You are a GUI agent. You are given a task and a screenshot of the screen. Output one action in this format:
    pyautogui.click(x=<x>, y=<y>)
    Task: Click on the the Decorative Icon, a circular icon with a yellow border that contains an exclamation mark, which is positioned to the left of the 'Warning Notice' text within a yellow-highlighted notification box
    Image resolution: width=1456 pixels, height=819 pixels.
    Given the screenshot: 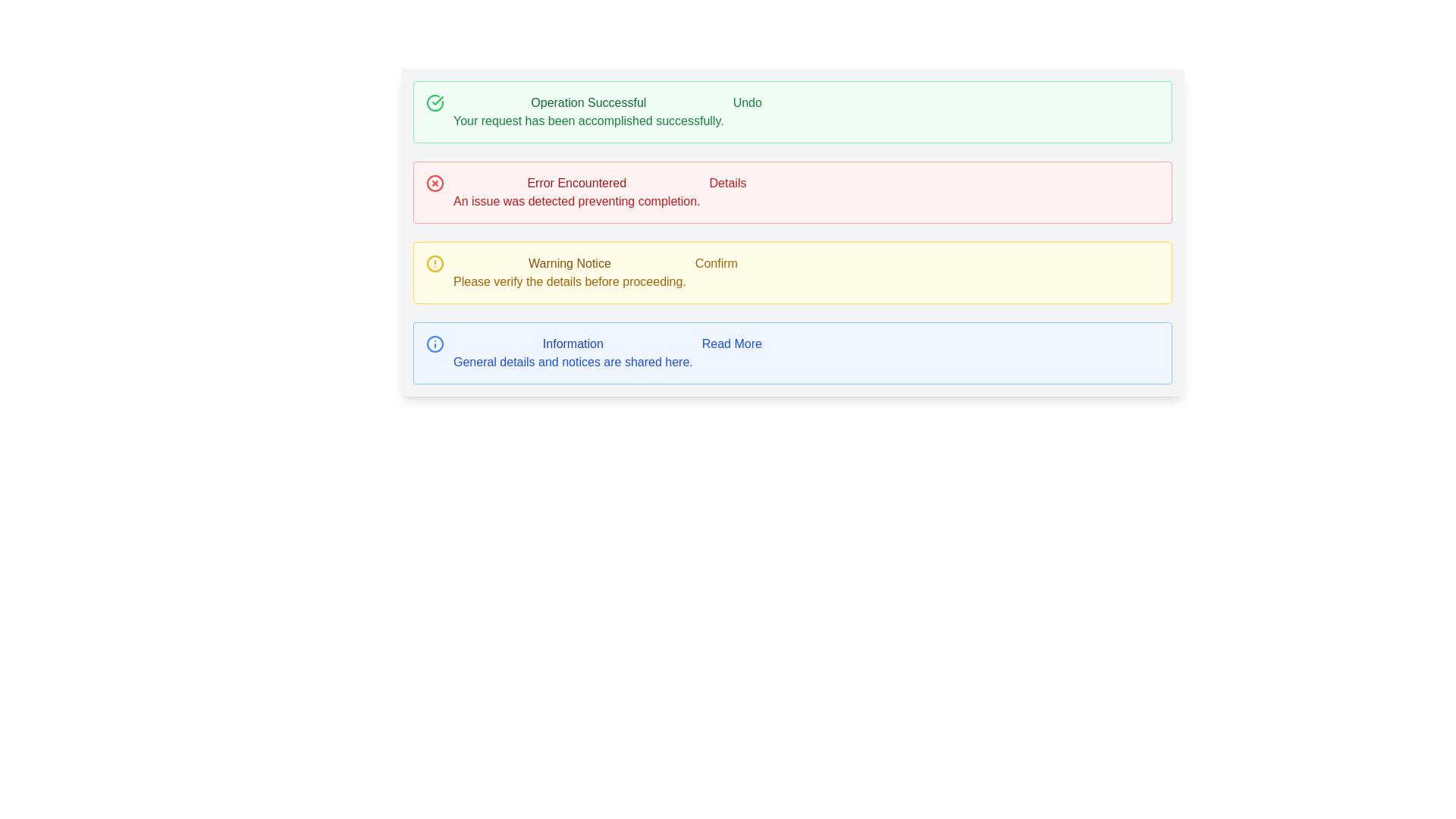 What is the action you would take?
    pyautogui.click(x=435, y=262)
    